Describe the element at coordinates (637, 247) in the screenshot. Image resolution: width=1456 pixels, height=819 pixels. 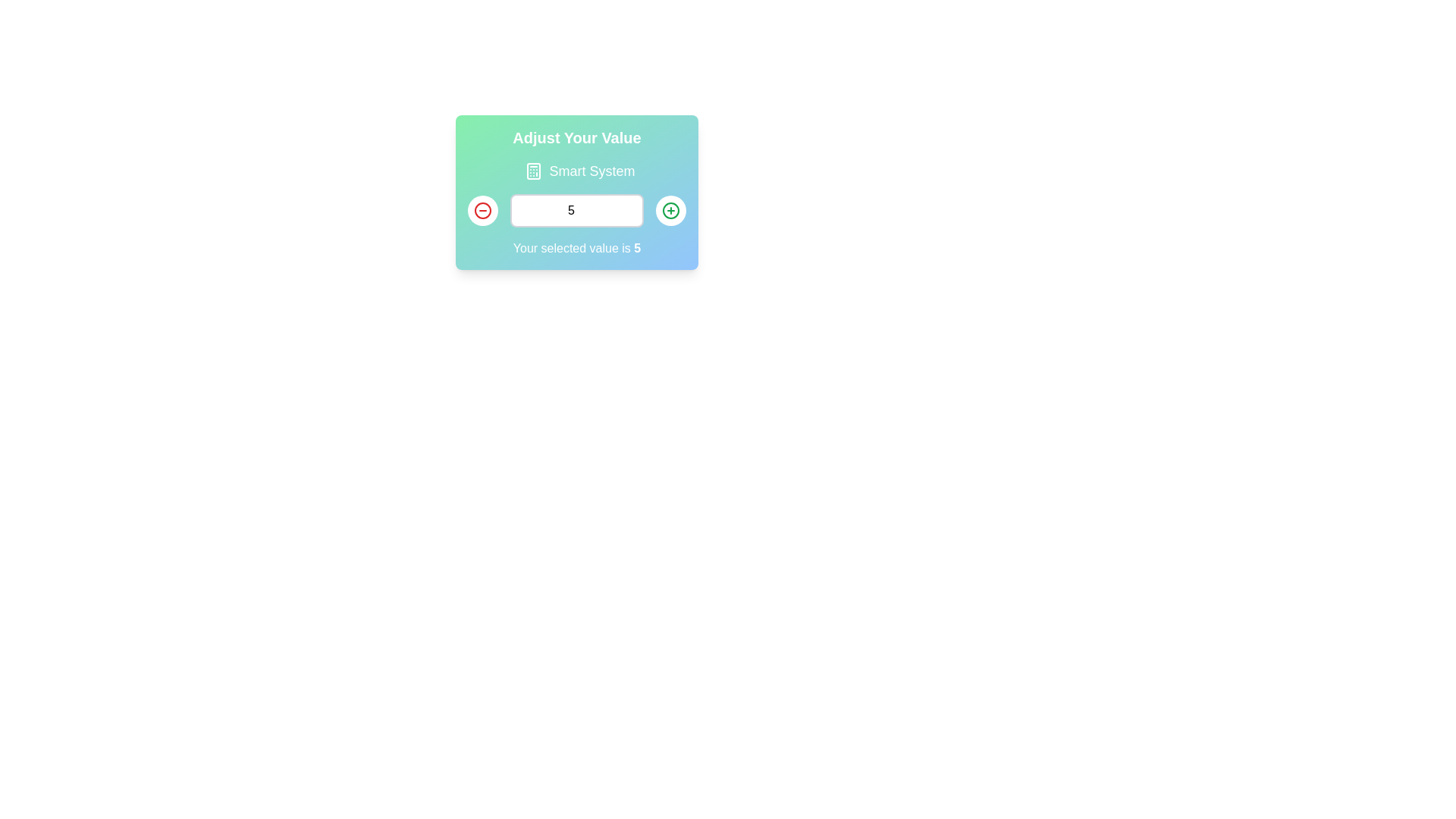
I see `numeric character '5' displayed within the sentence 'Your selected value is 5' at the bottom of the modal card interface` at that location.